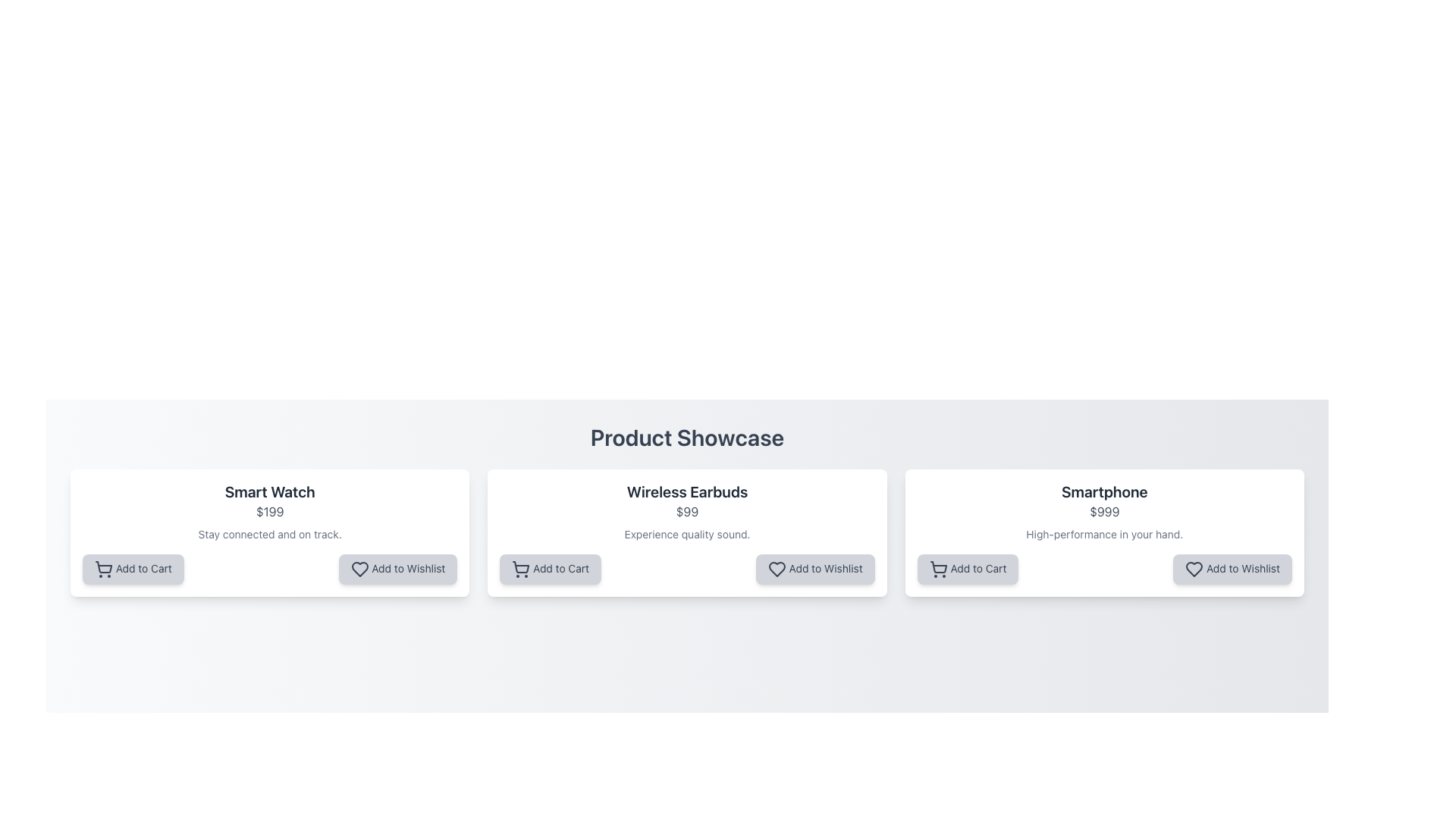 The width and height of the screenshot is (1456, 819). I want to click on the 'Add to Wishlist' button located at the bottom-right of the product card, so click(1232, 570).